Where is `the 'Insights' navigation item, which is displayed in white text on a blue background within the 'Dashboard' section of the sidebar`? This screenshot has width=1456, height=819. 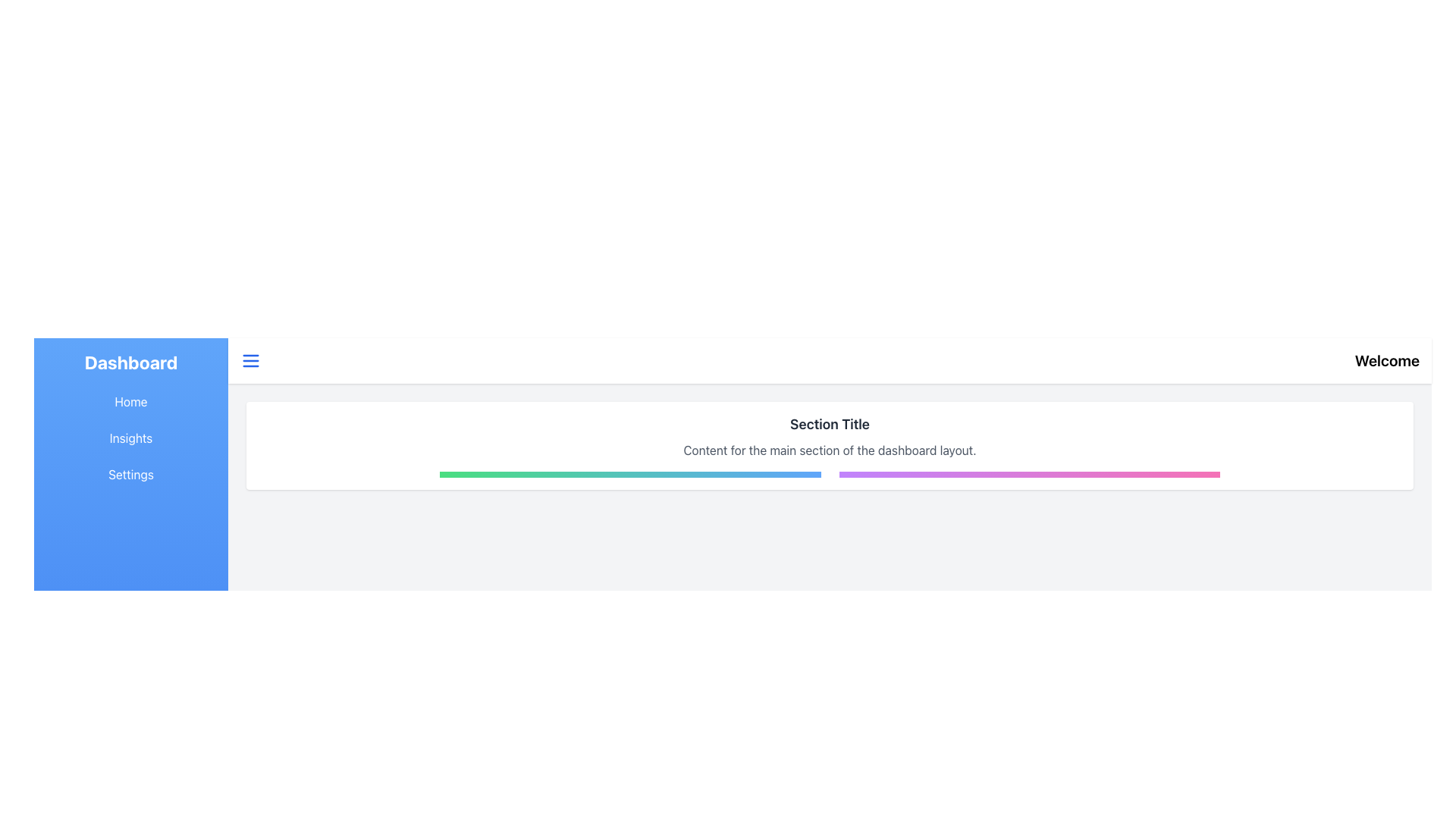 the 'Insights' navigation item, which is displayed in white text on a blue background within the 'Dashboard' section of the sidebar is located at coordinates (130, 438).